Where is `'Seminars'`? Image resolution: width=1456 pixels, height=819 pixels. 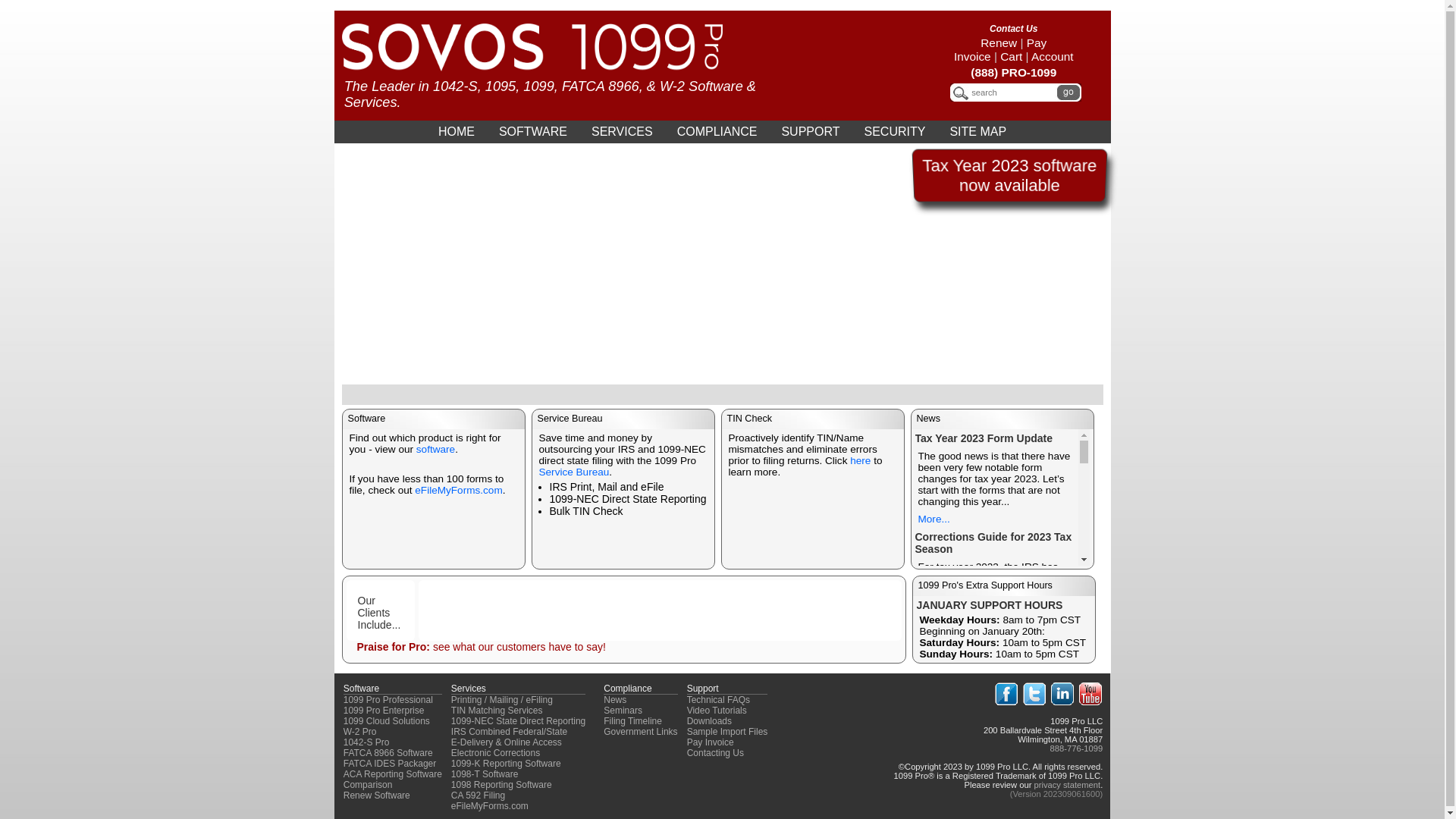 'Seminars' is located at coordinates (603, 711).